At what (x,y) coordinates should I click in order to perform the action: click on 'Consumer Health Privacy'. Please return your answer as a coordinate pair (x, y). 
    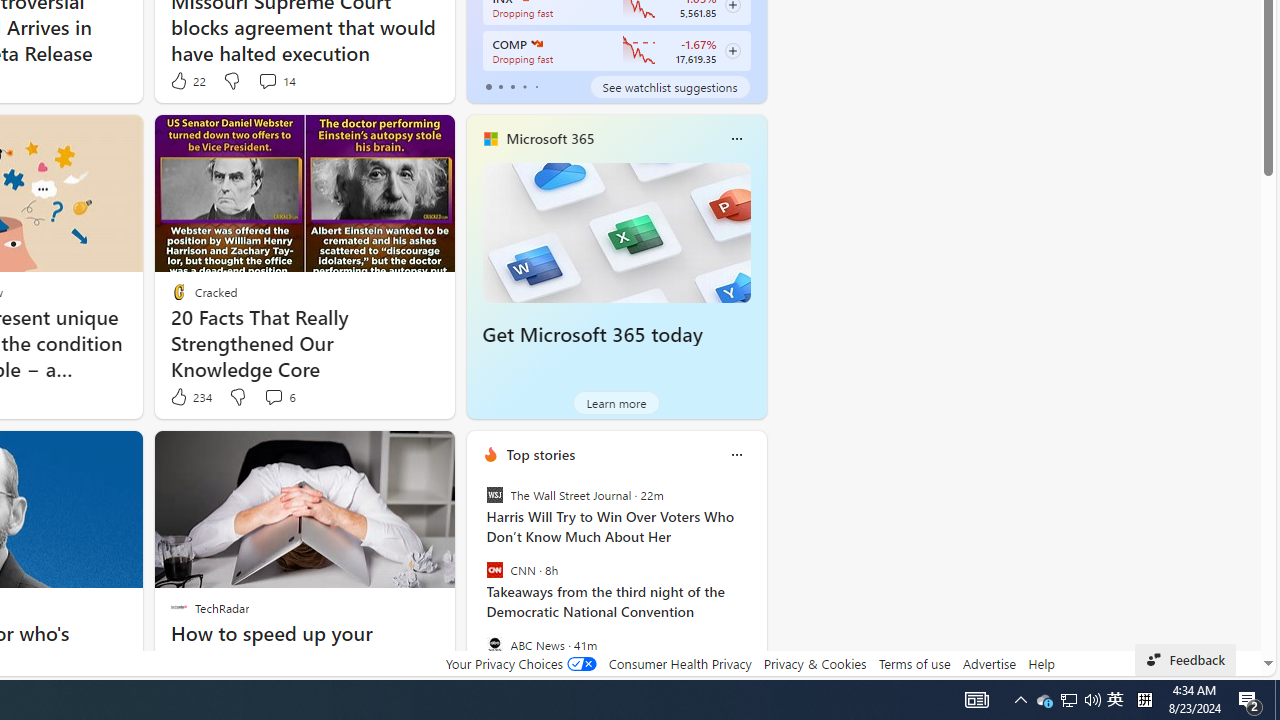
    Looking at the image, I should click on (680, 663).